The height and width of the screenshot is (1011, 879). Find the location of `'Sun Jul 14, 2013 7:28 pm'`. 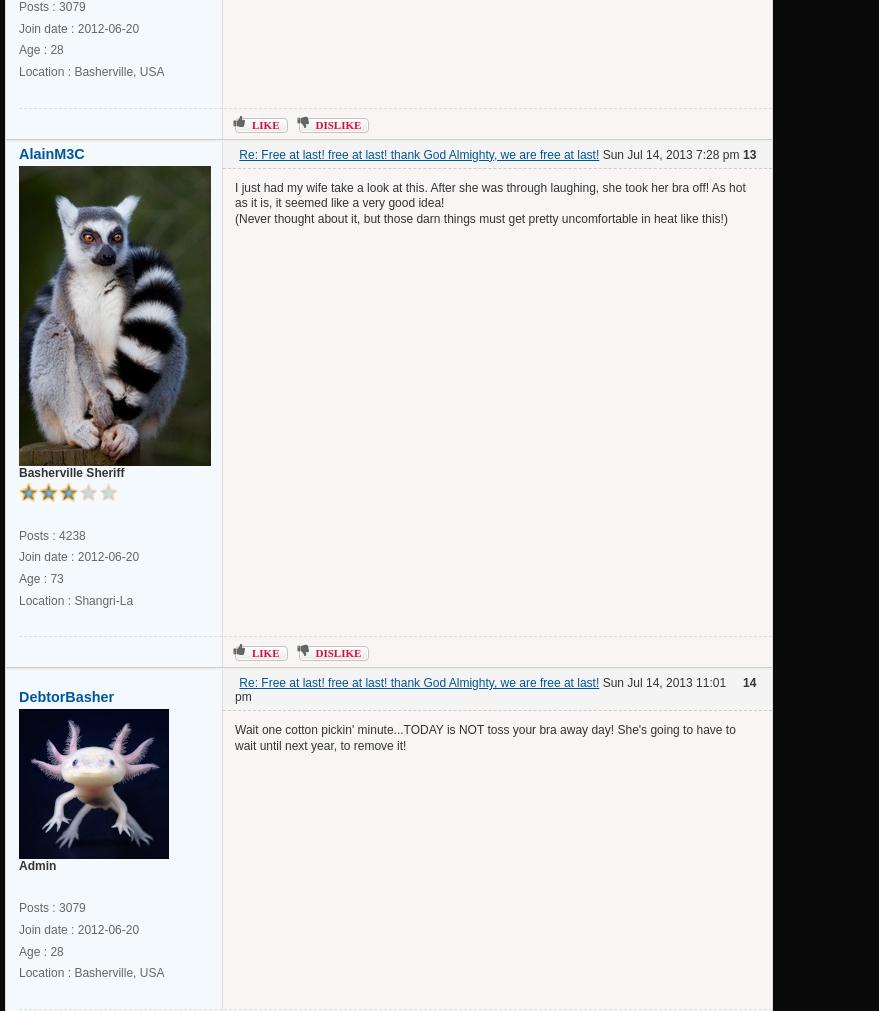

'Sun Jul 14, 2013 7:28 pm' is located at coordinates (598, 152).